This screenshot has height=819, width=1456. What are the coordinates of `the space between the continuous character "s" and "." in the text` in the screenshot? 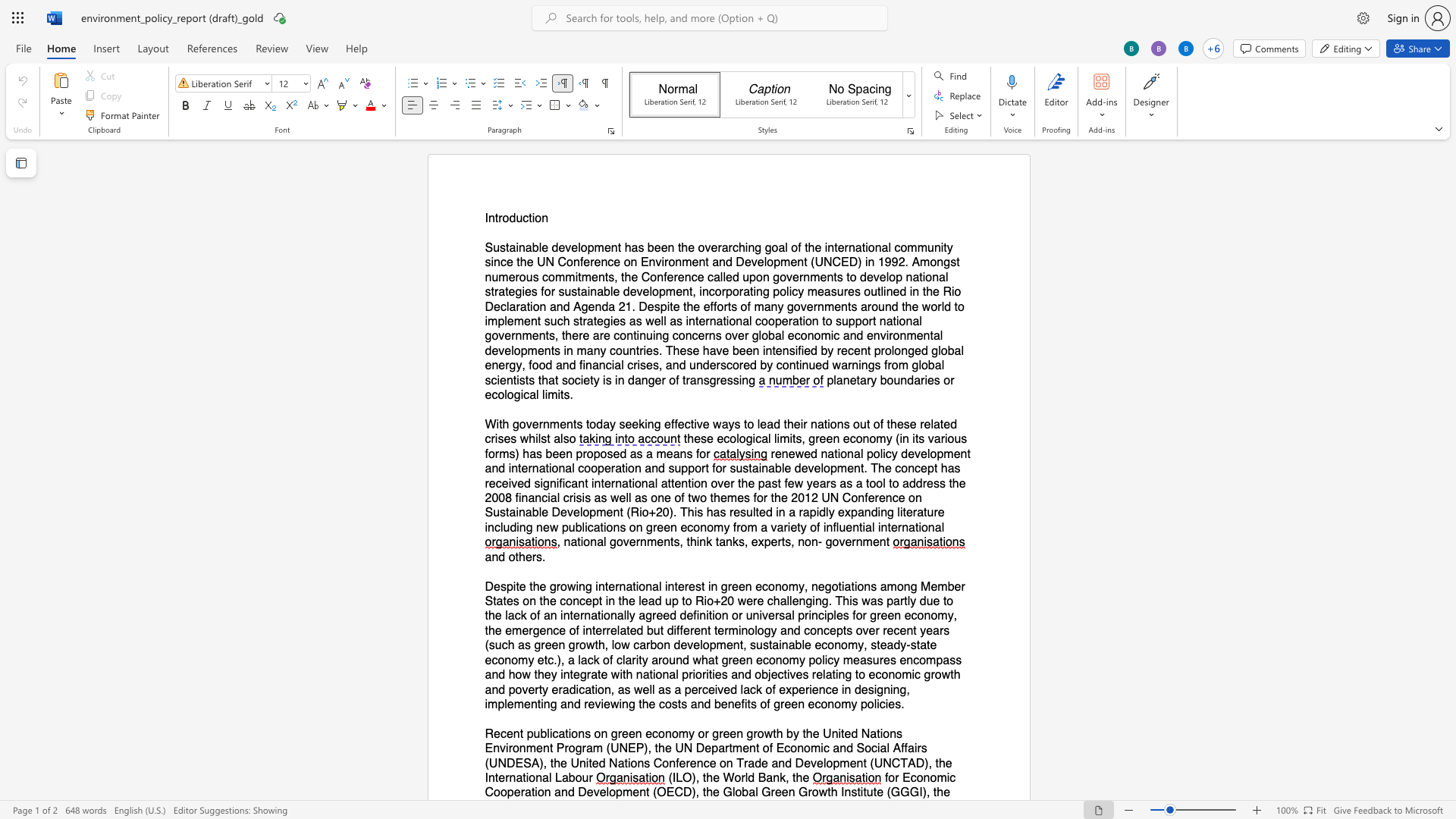 It's located at (568, 394).